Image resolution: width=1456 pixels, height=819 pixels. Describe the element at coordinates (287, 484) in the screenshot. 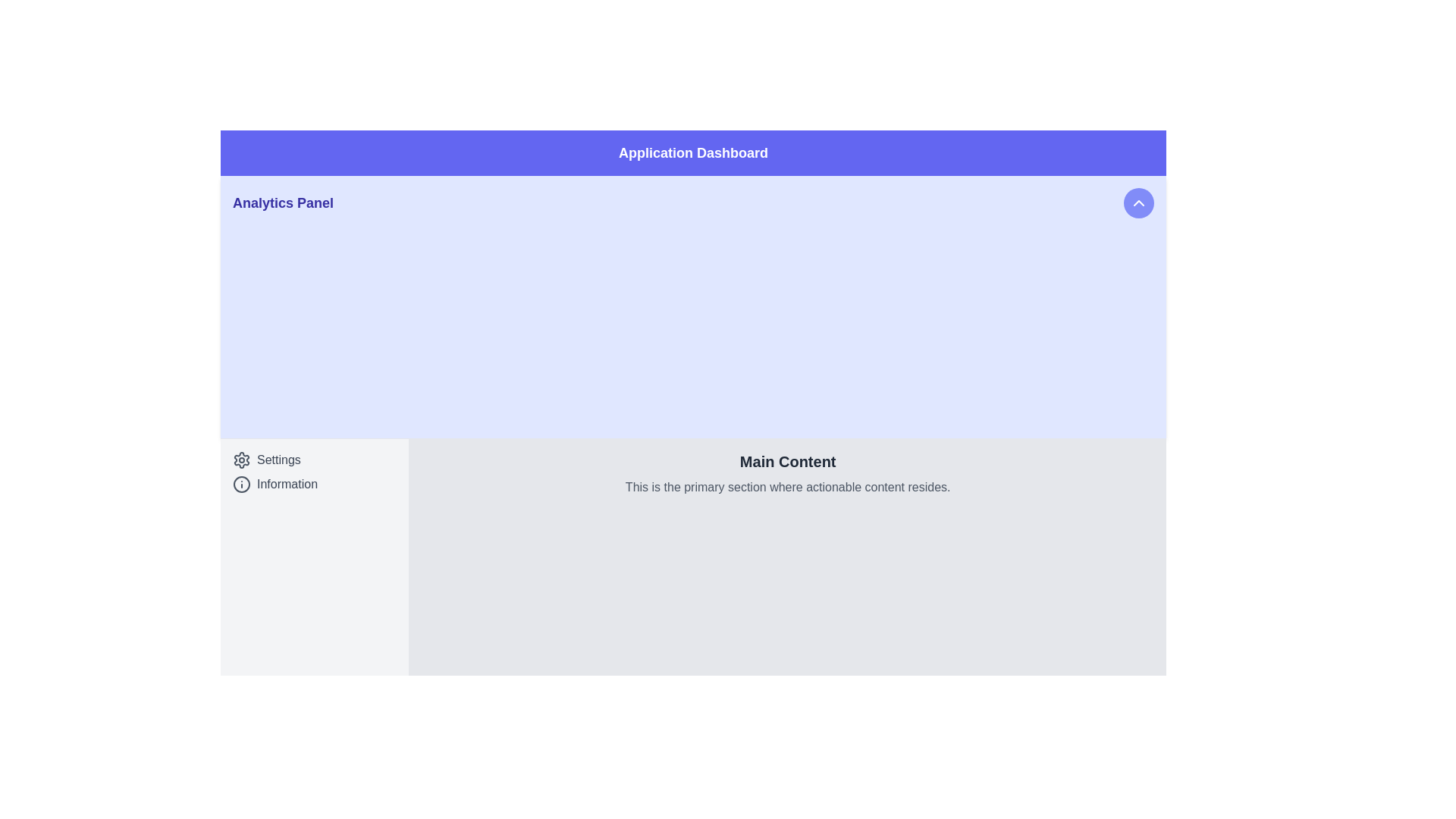

I see `the static text label located in the bottom-left section of the page, positioned to the right of the information icon` at that location.